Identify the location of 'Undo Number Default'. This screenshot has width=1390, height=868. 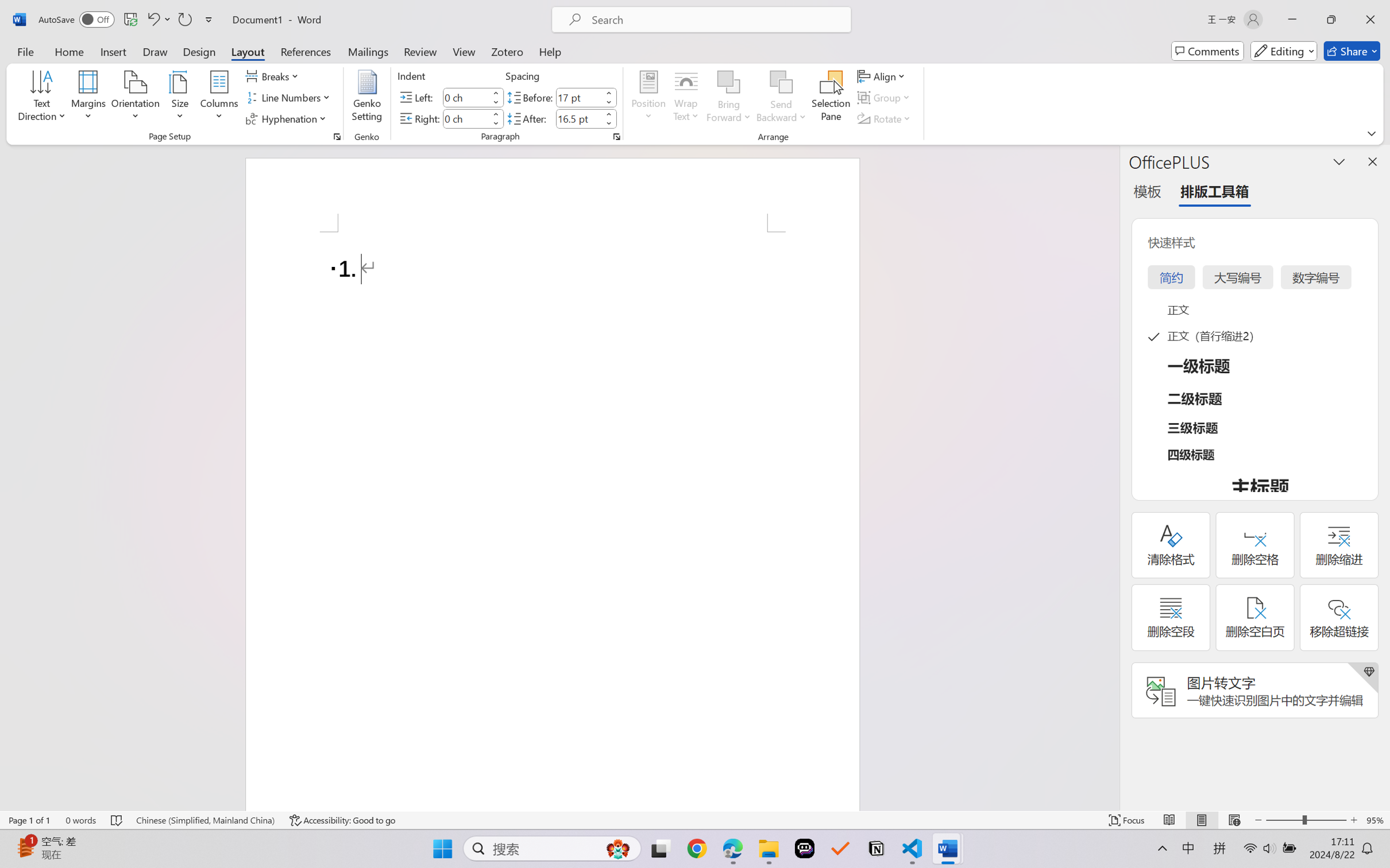
(157, 19).